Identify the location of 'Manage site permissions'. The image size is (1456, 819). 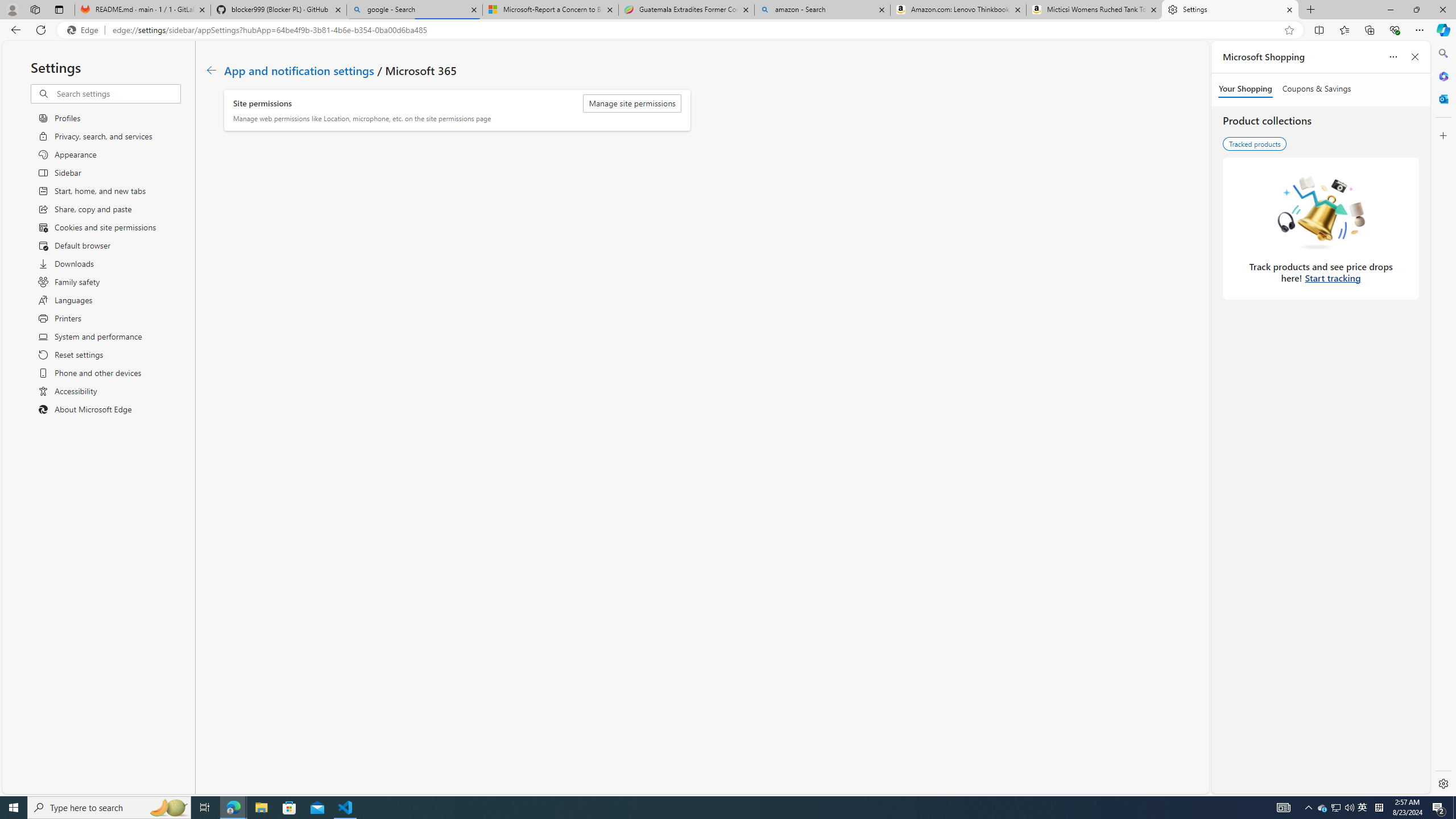
(631, 103).